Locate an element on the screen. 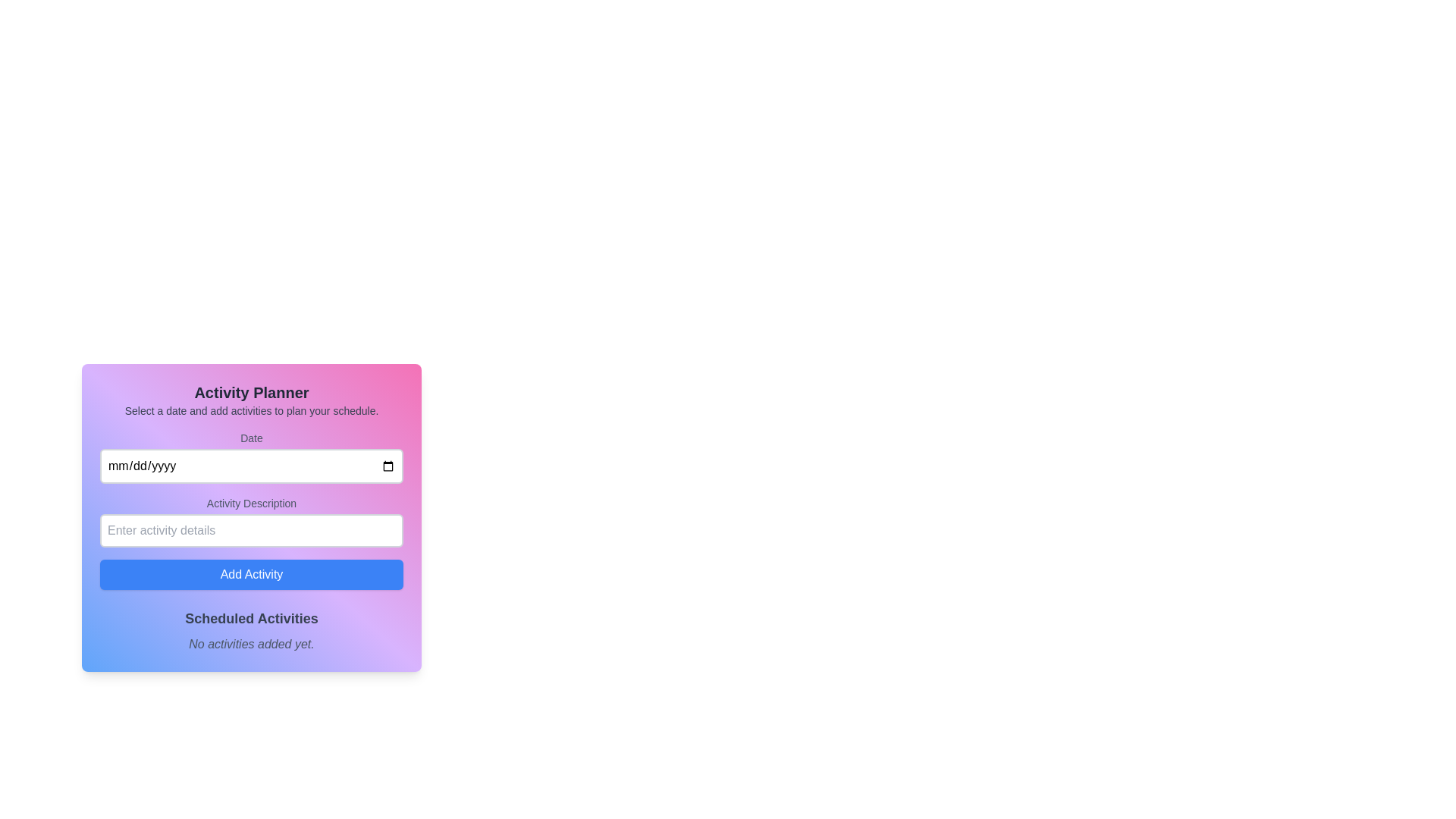  the blue button labeled 'Add Activity' to observe the visual feedback of the hover state is located at coordinates (251, 575).